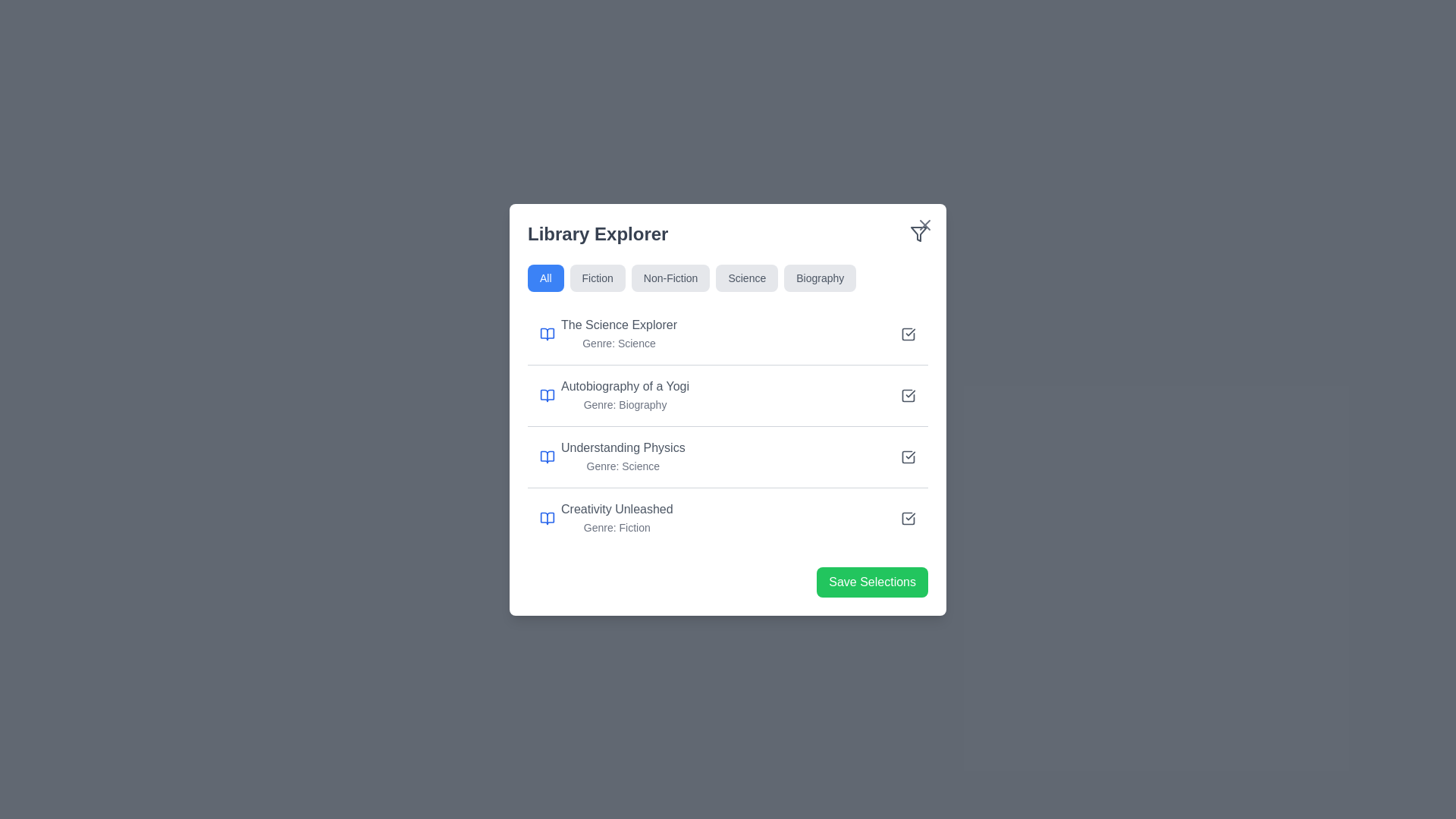  Describe the element at coordinates (623, 465) in the screenshot. I see `genre label indicating the categorization of the 'Understanding Physics' item, which is the third item down in the list, located below 'Autobiography of a Yogi' and above 'Creativity Unleashed'` at that location.